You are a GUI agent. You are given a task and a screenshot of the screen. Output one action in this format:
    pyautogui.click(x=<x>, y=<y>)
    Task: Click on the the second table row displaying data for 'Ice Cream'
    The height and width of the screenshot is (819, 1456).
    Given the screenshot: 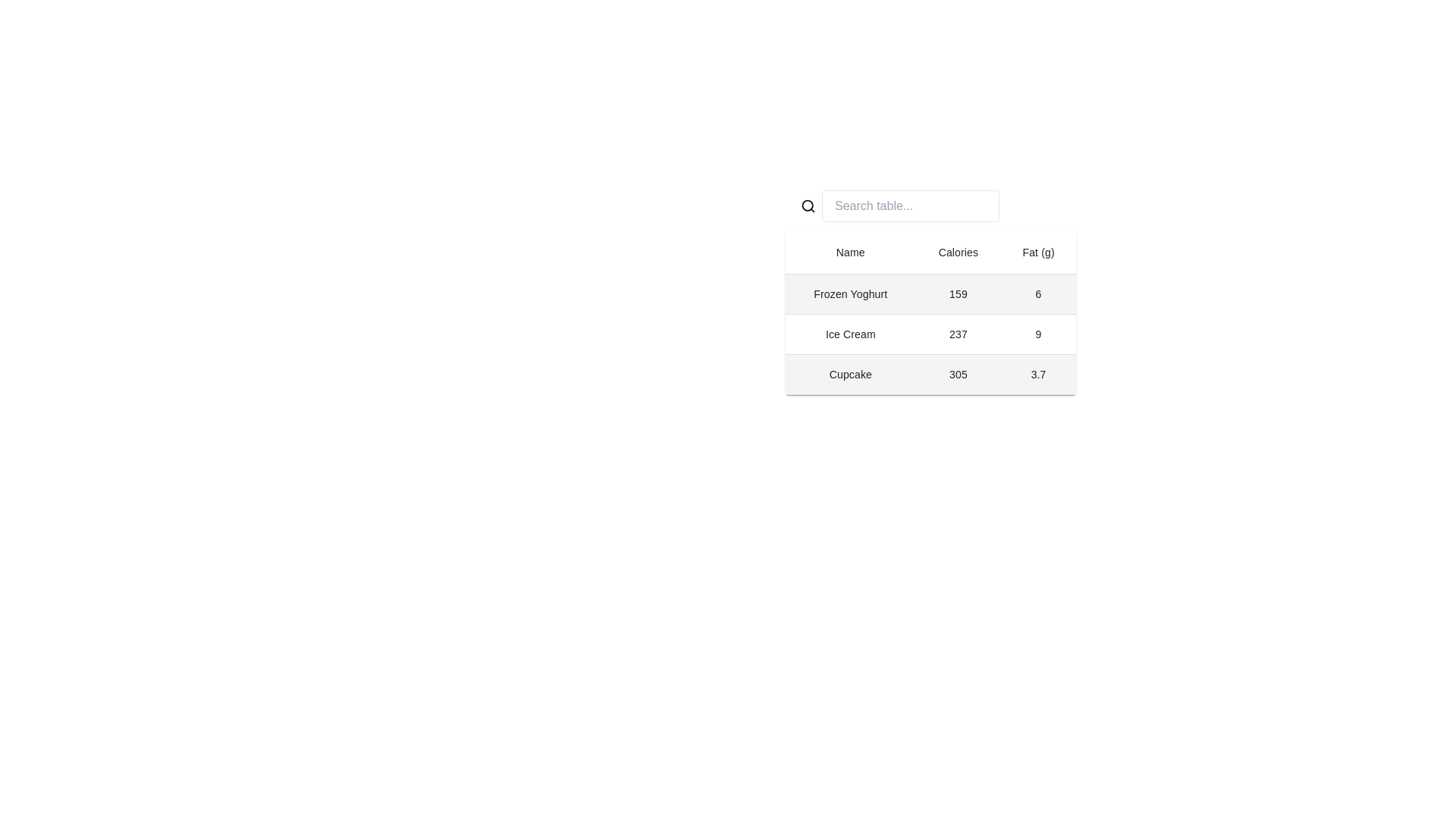 What is the action you would take?
    pyautogui.click(x=930, y=334)
    